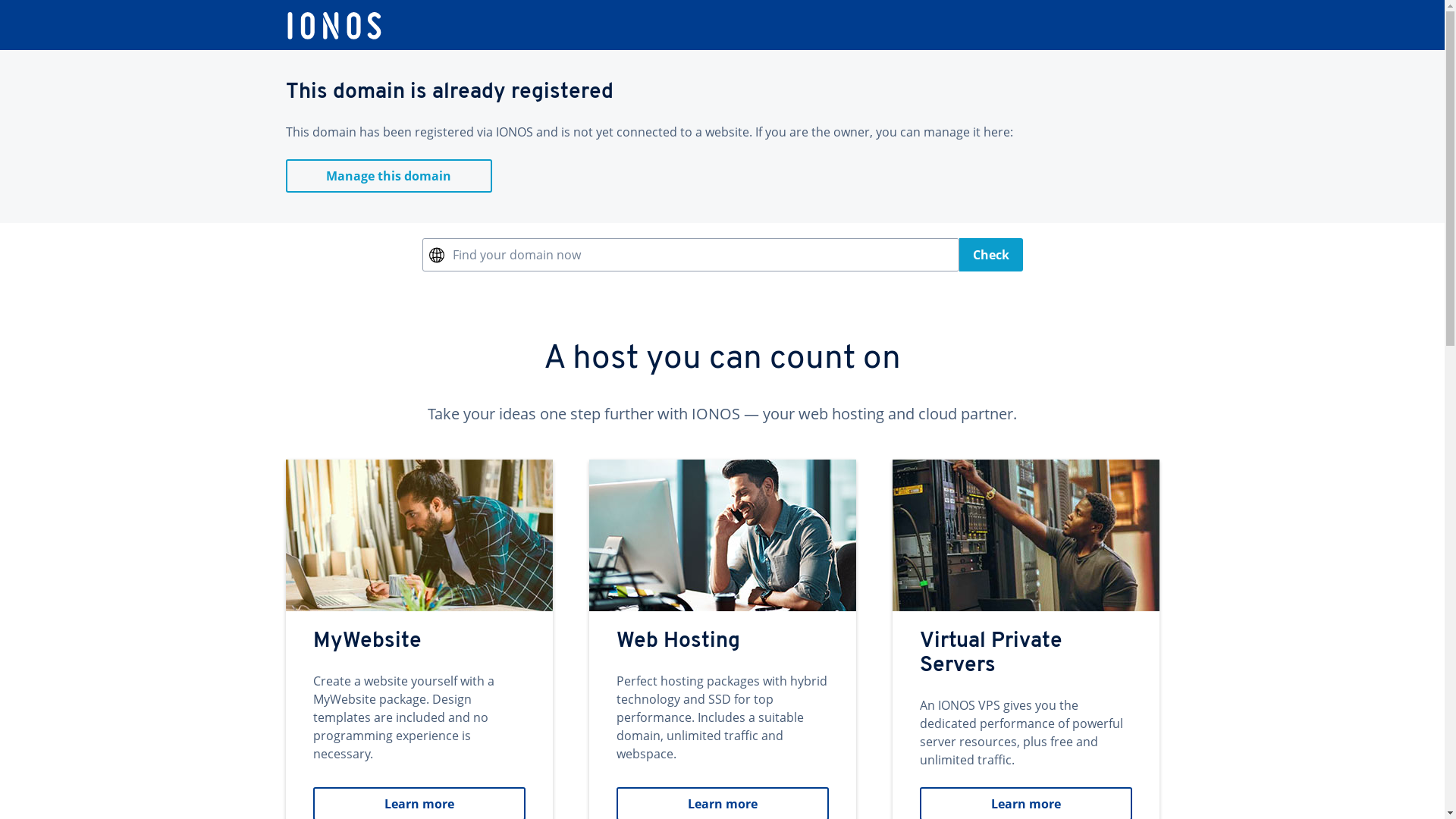  I want to click on 'Manage this domain', so click(388, 174).